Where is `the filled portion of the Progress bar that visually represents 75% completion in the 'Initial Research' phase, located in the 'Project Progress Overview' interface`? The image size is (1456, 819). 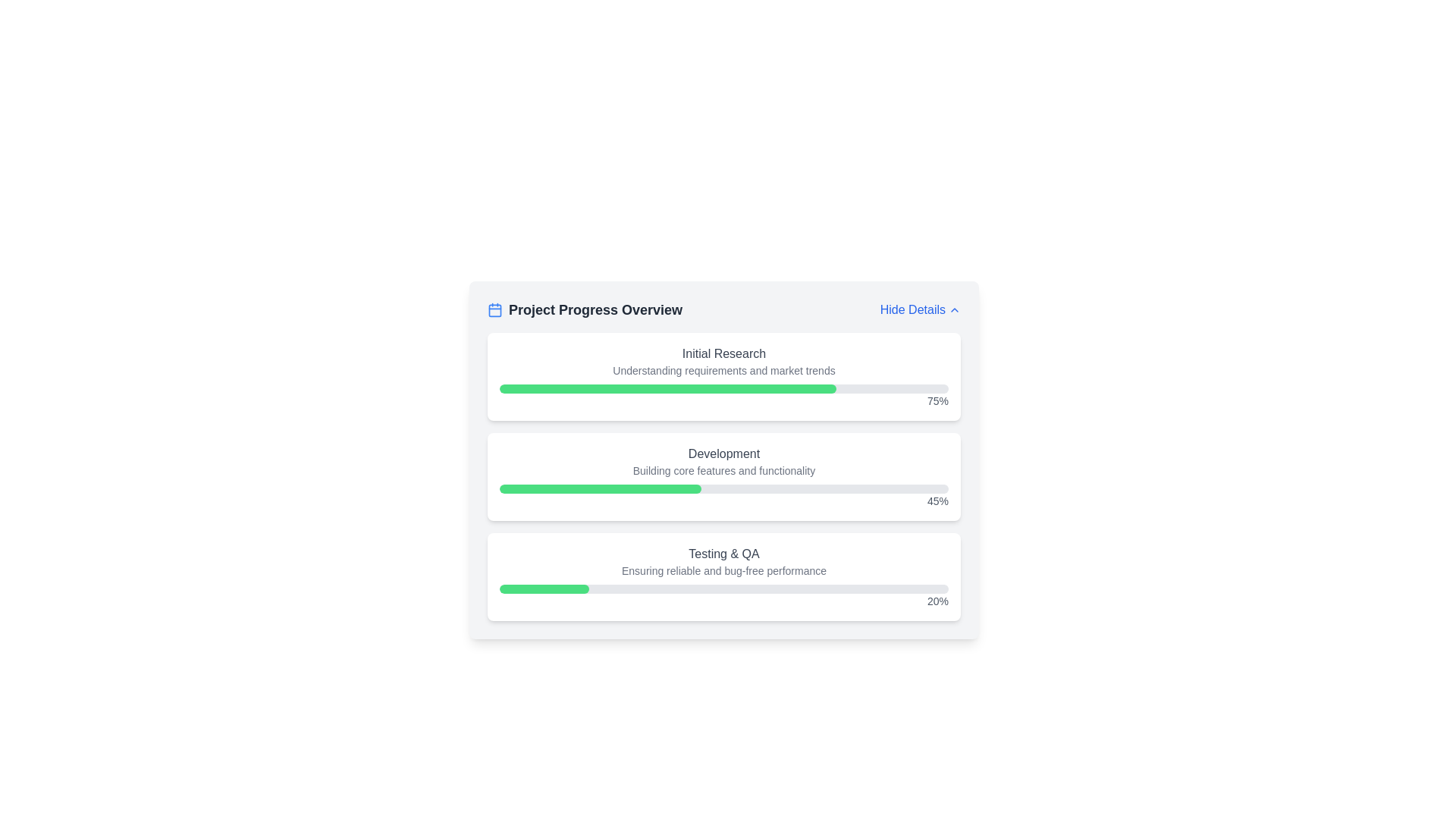
the filled portion of the Progress bar that visually represents 75% completion in the 'Initial Research' phase, located in the 'Project Progress Overview' interface is located at coordinates (667, 388).